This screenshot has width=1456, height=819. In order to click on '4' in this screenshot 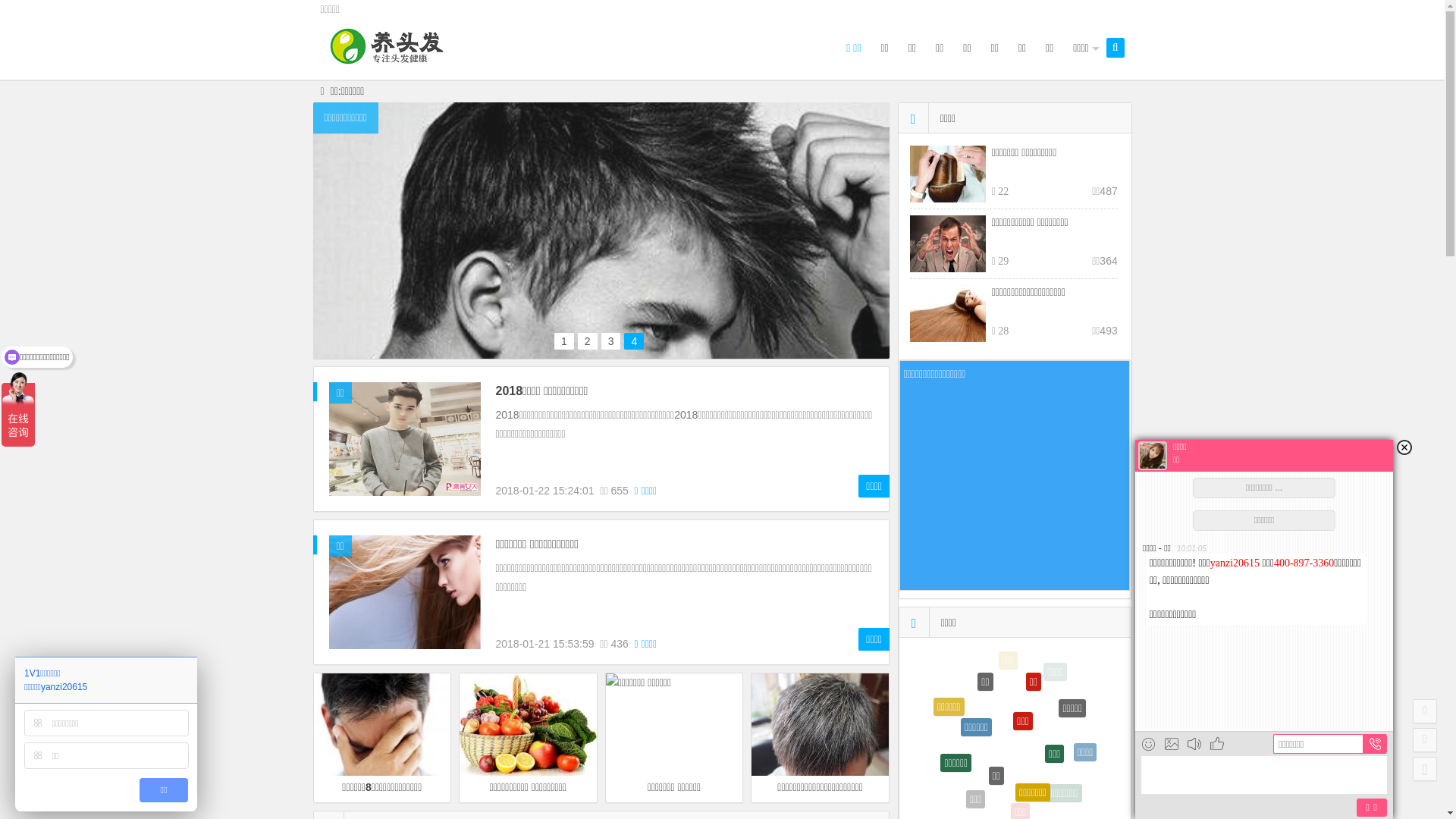, I will do `click(633, 339)`.